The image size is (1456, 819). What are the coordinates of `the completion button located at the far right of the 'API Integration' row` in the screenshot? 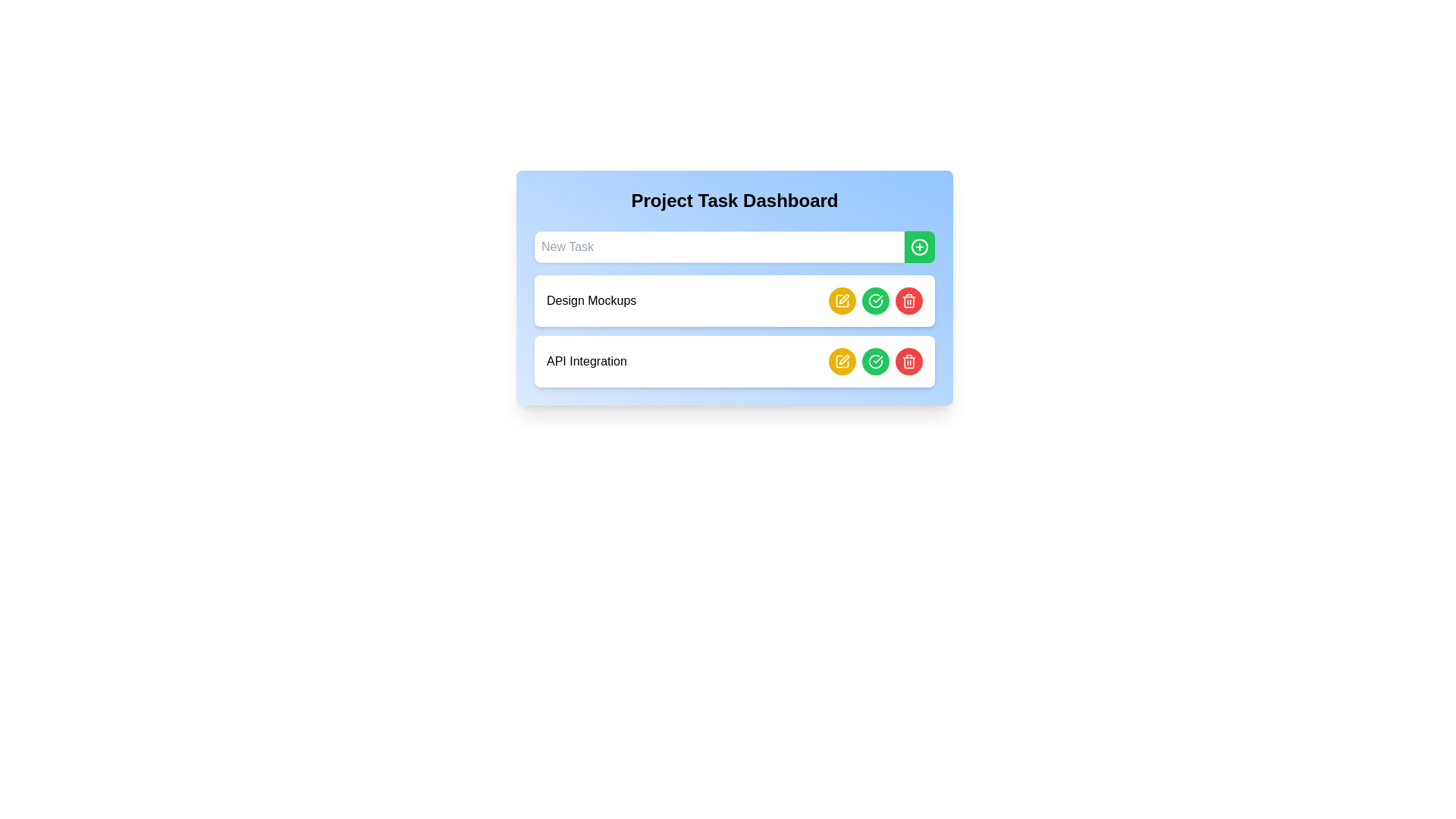 It's located at (876, 362).